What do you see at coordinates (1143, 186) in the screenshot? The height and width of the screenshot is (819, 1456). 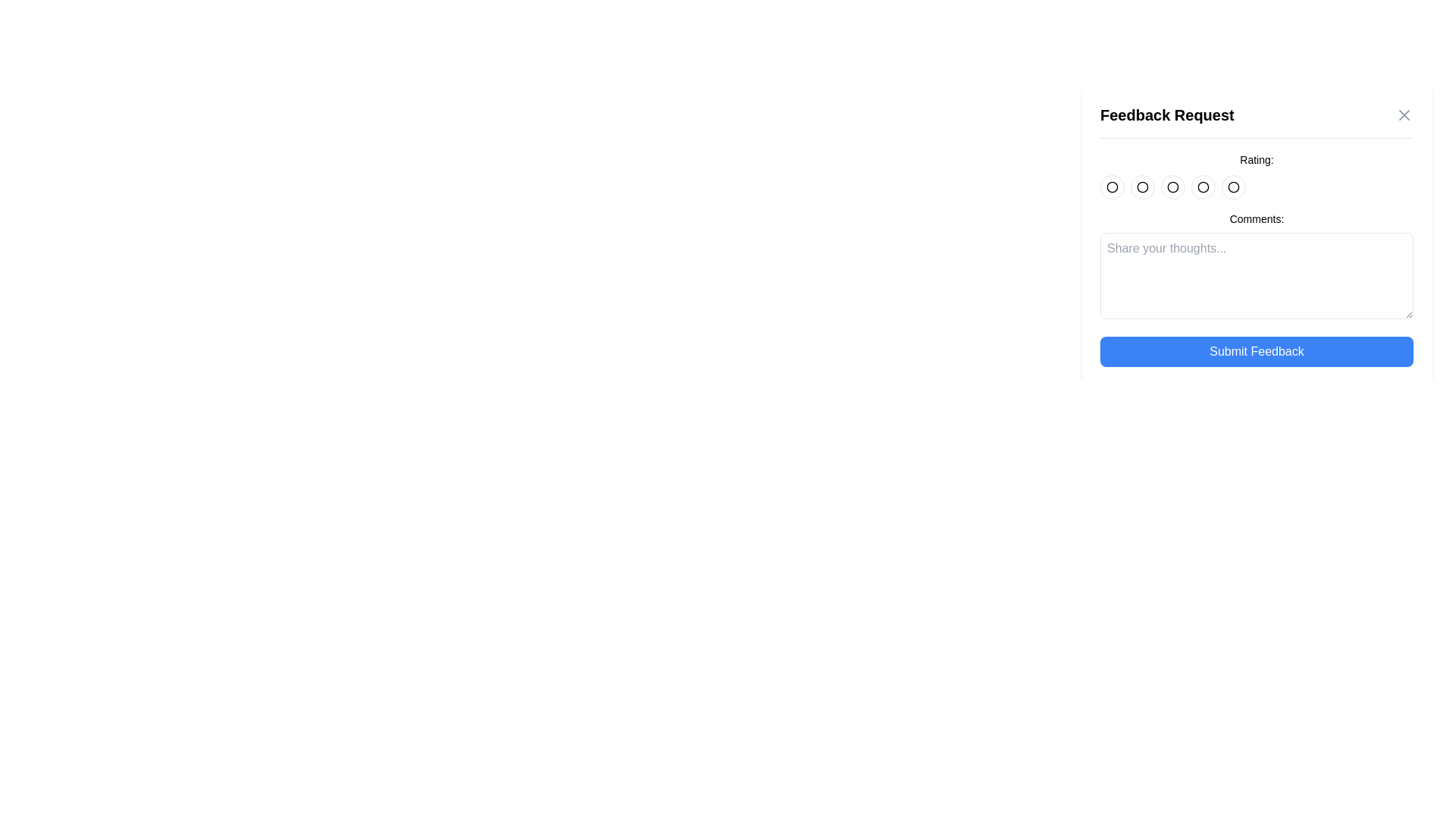 I see `the second radio button in the rating scale under the 'Rating:' label` at bounding box center [1143, 186].